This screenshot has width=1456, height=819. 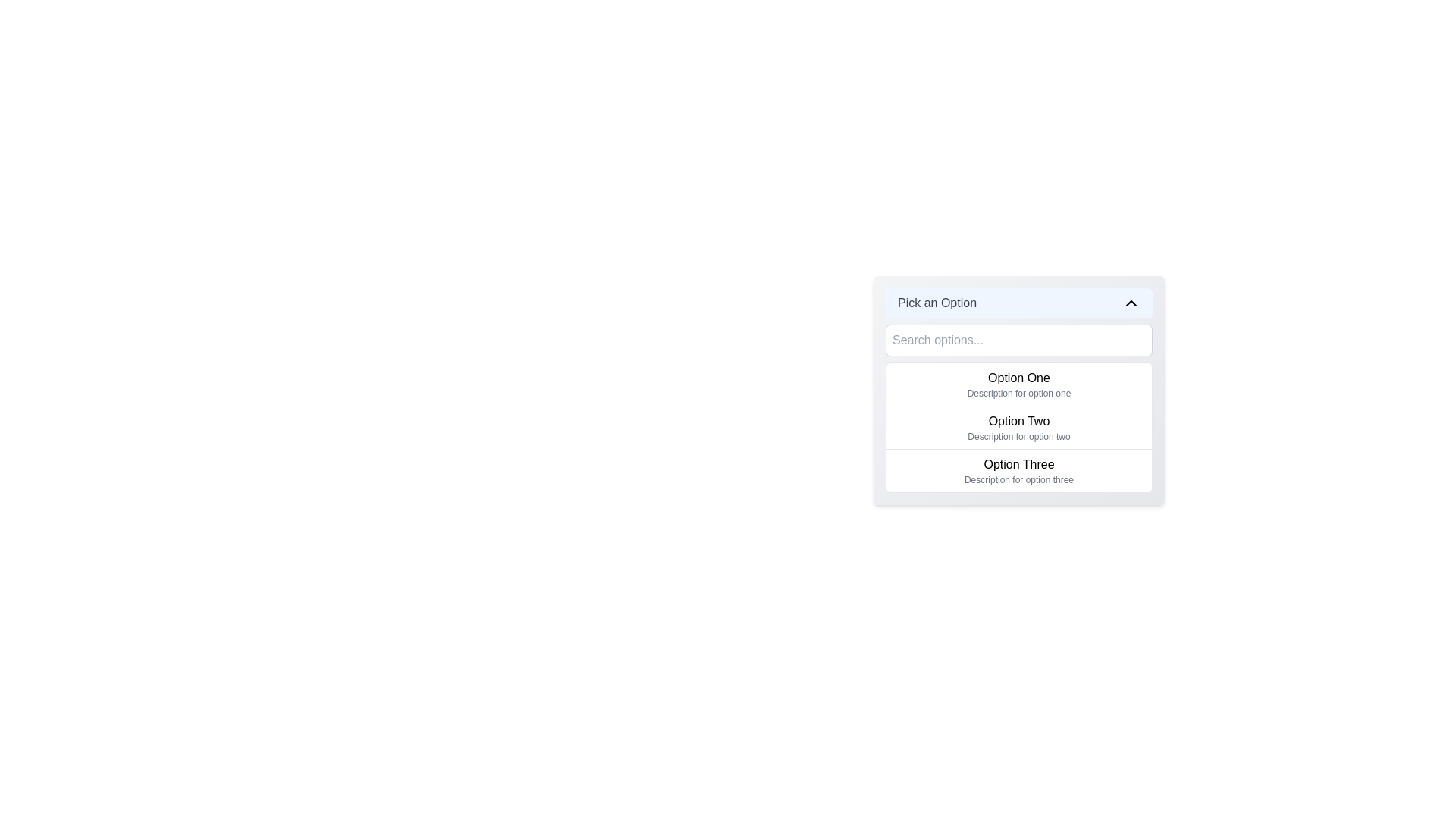 What do you see at coordinates (1019, 479) in the screenshot?
I see `the text section displaying 'Description for option three', which is located directly below the bolded 'Option Three' text in the third option entry of a vertical list` at bounding box center [1019, 479].